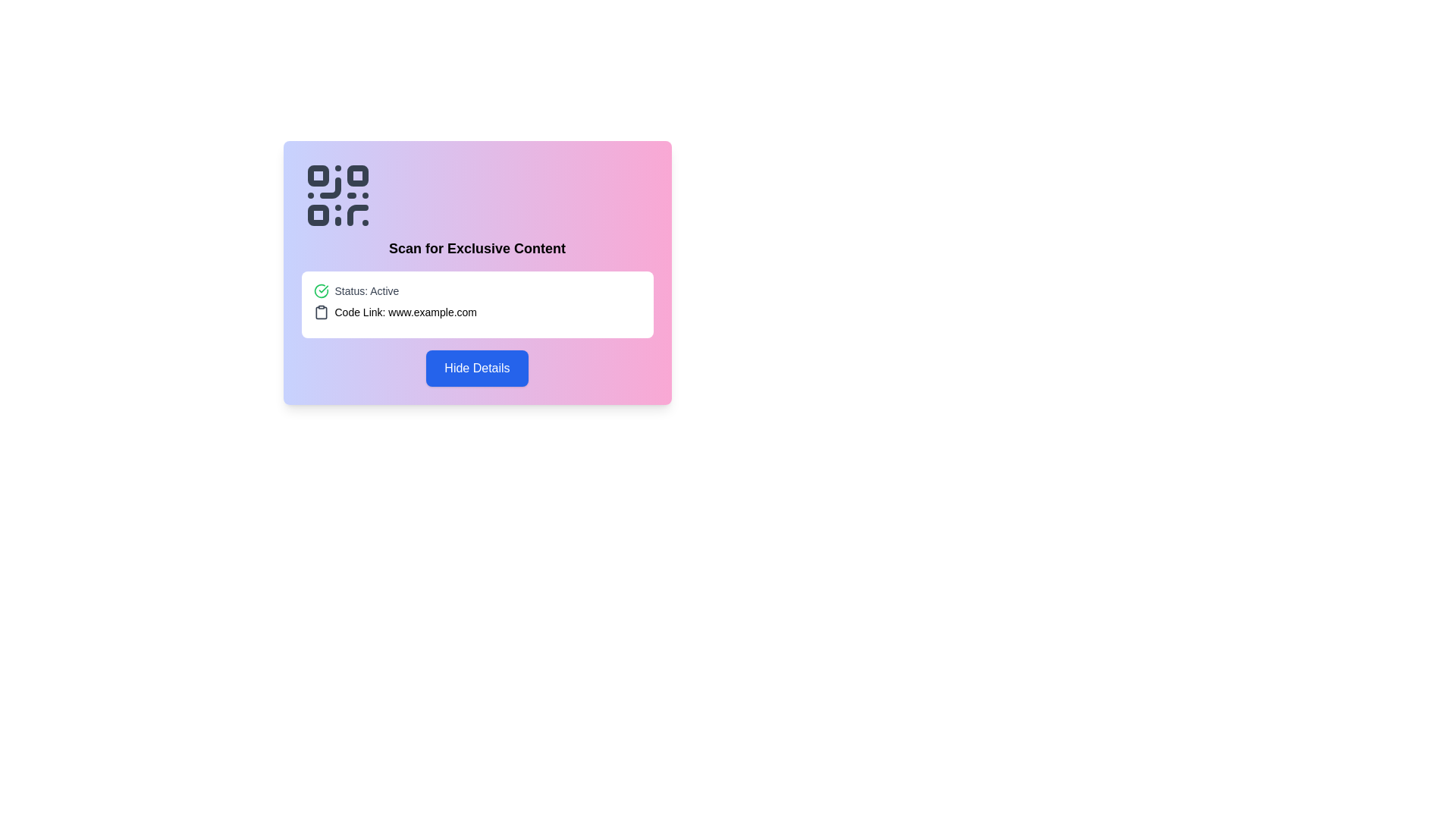 The width and height of the screenshot is (1456, 819). Describe the element at coordinates (317, 215) in the screenshot. I see `the small square with rounded corners located at the bottom-left of the QR code styled design` at that location.